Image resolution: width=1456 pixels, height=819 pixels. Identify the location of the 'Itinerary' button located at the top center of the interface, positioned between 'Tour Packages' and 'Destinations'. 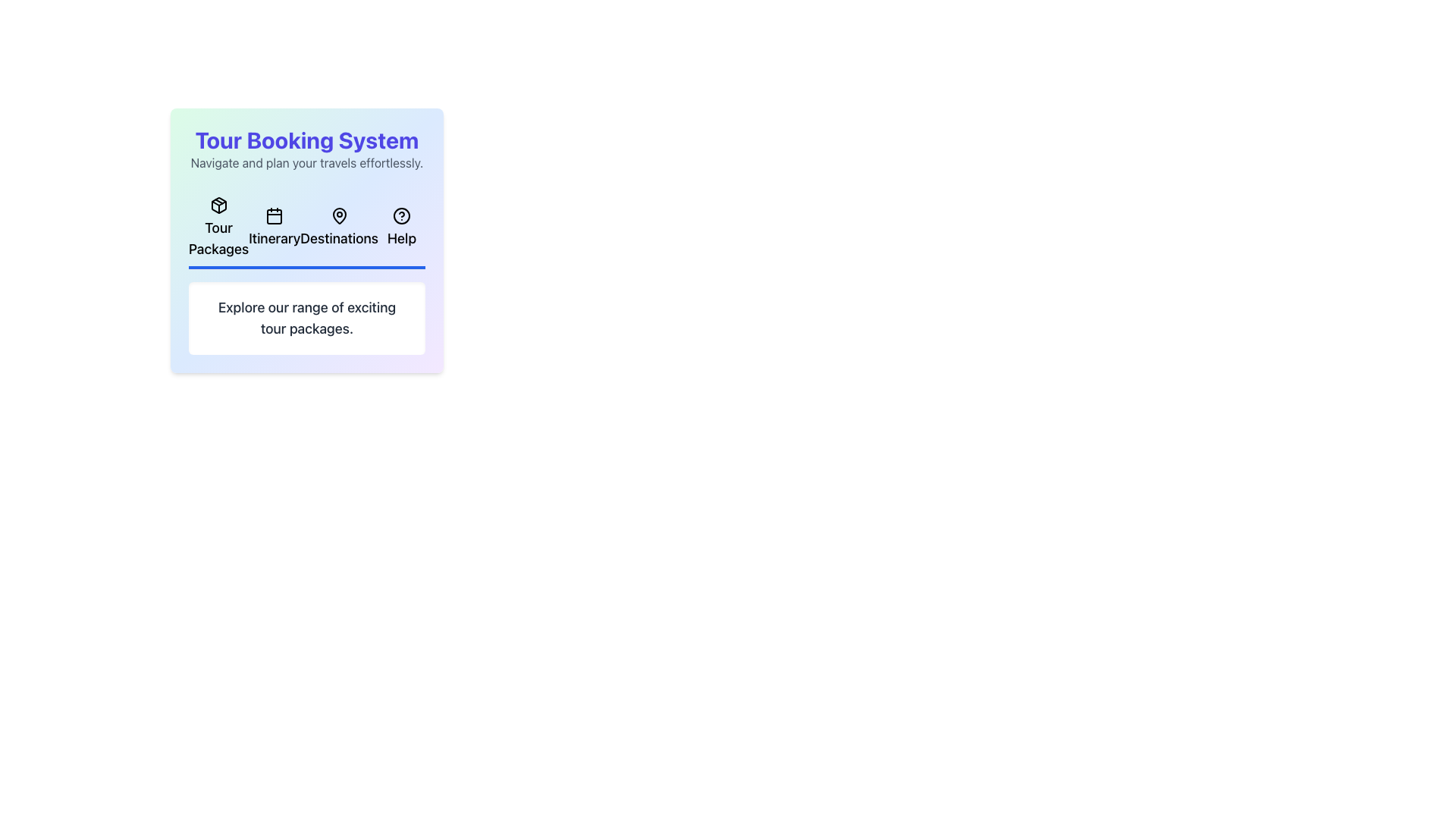
(275, 230).